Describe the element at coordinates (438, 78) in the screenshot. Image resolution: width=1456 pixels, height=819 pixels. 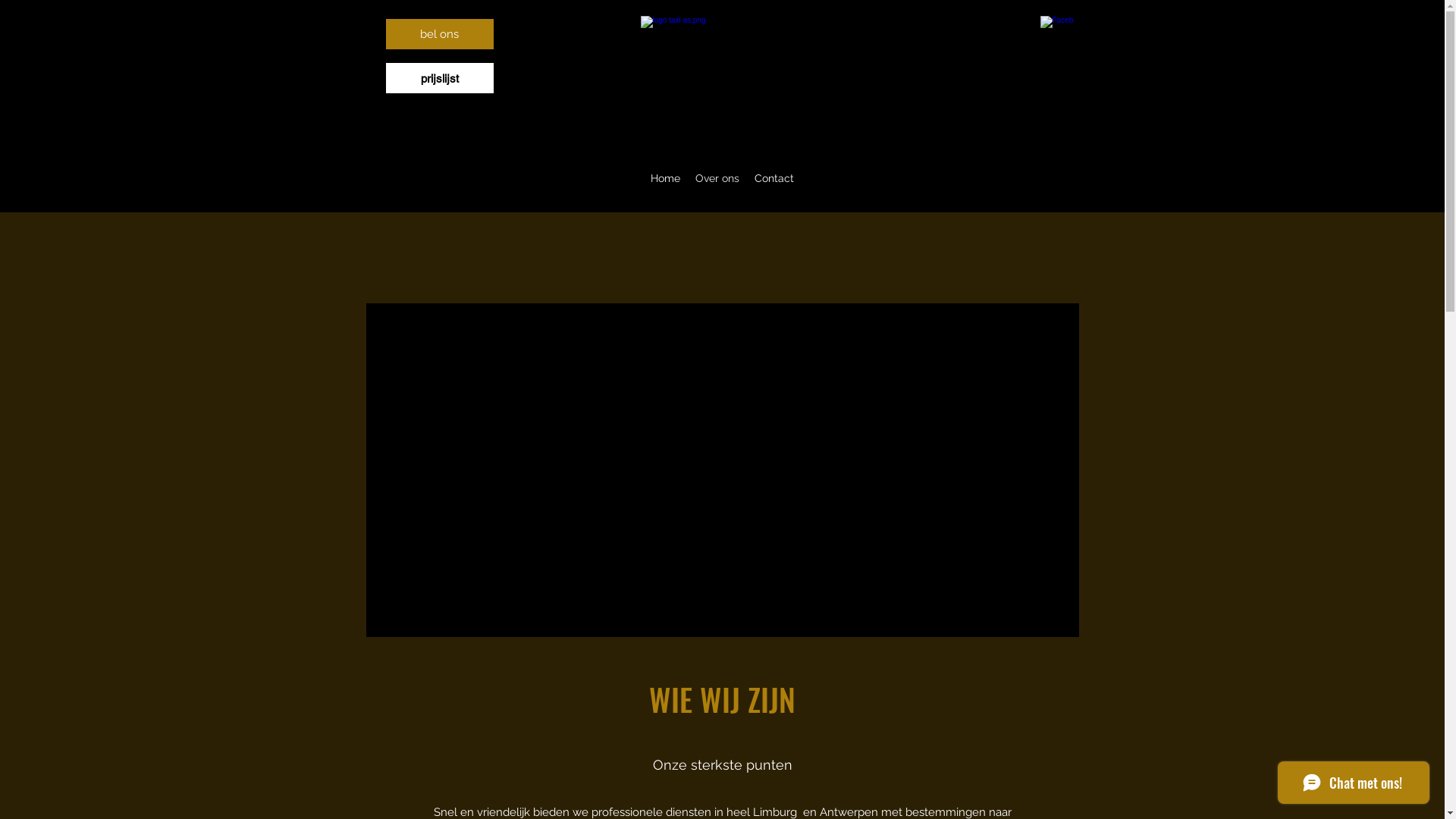
I see `'prijslijst'` at that location.